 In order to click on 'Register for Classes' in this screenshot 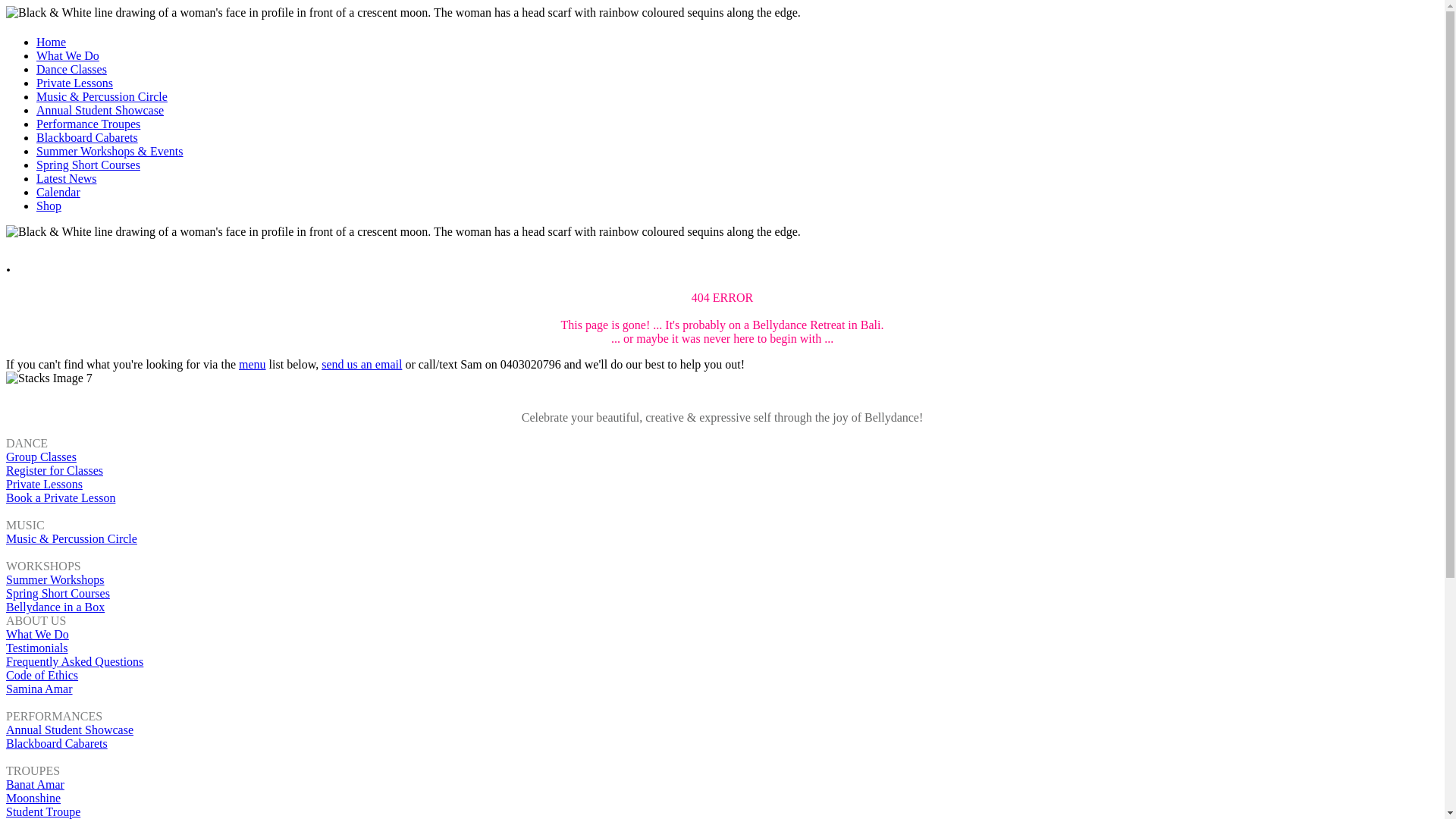, I will do `click(55, 469)`.